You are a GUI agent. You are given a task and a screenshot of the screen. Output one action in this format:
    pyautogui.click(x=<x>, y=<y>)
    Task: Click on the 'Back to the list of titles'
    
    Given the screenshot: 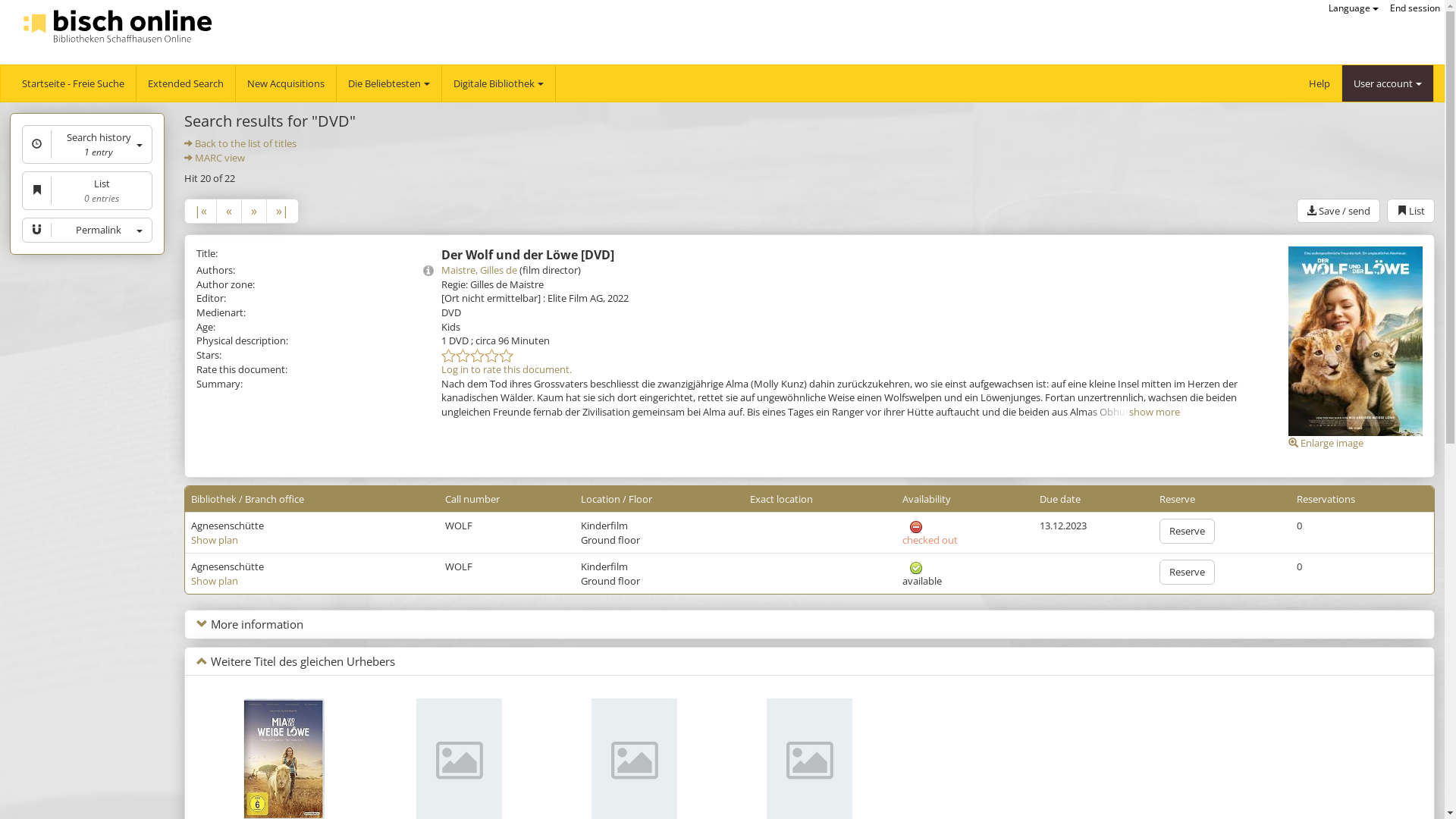 What is the action you would take?
    pyautogui.click(x=246, y=143)
    